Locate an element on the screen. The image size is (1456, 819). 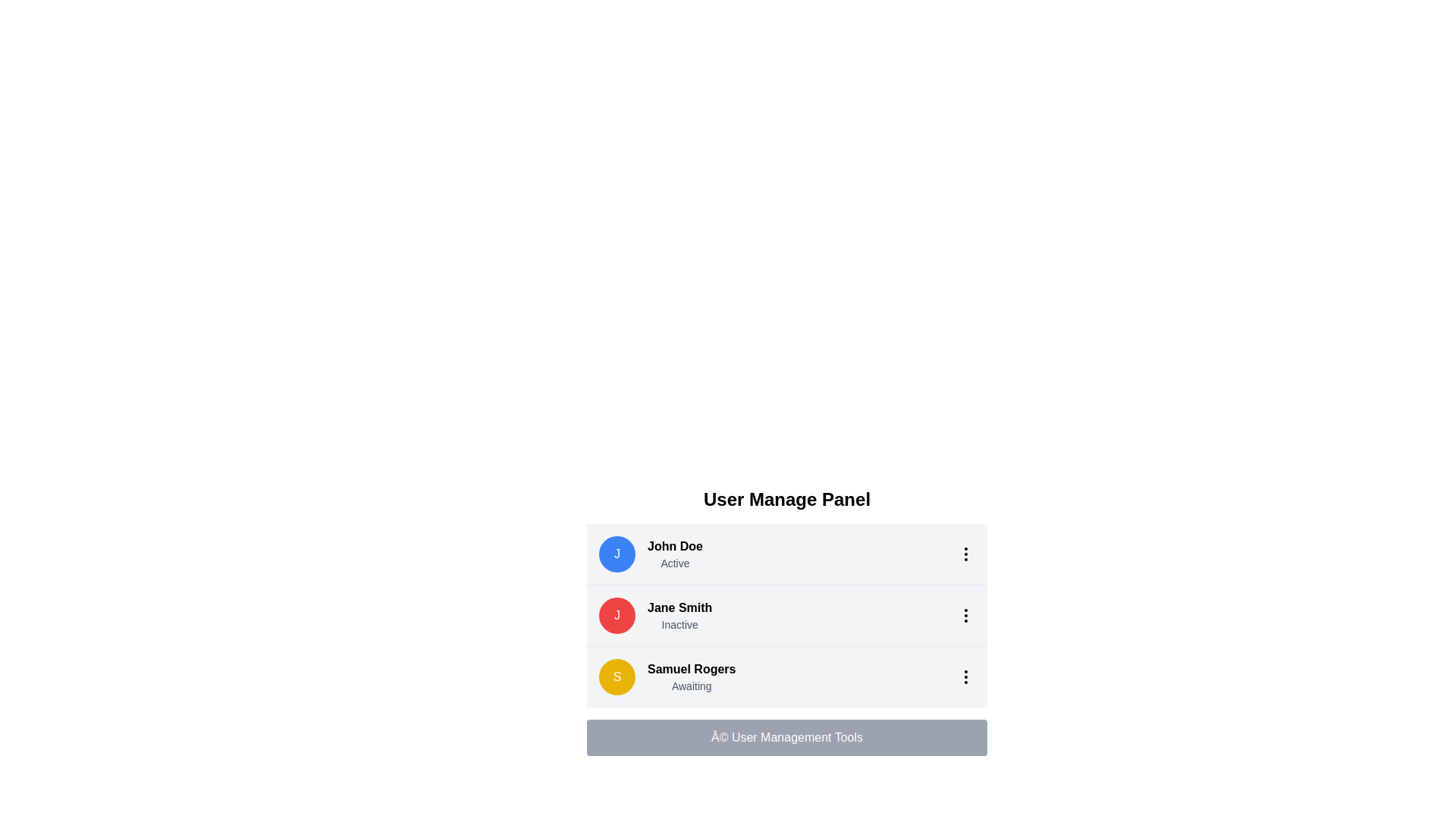
the button located at the rightmost edge of the row containing the 'John Doe' user entry is located at coordinates (965, 554).